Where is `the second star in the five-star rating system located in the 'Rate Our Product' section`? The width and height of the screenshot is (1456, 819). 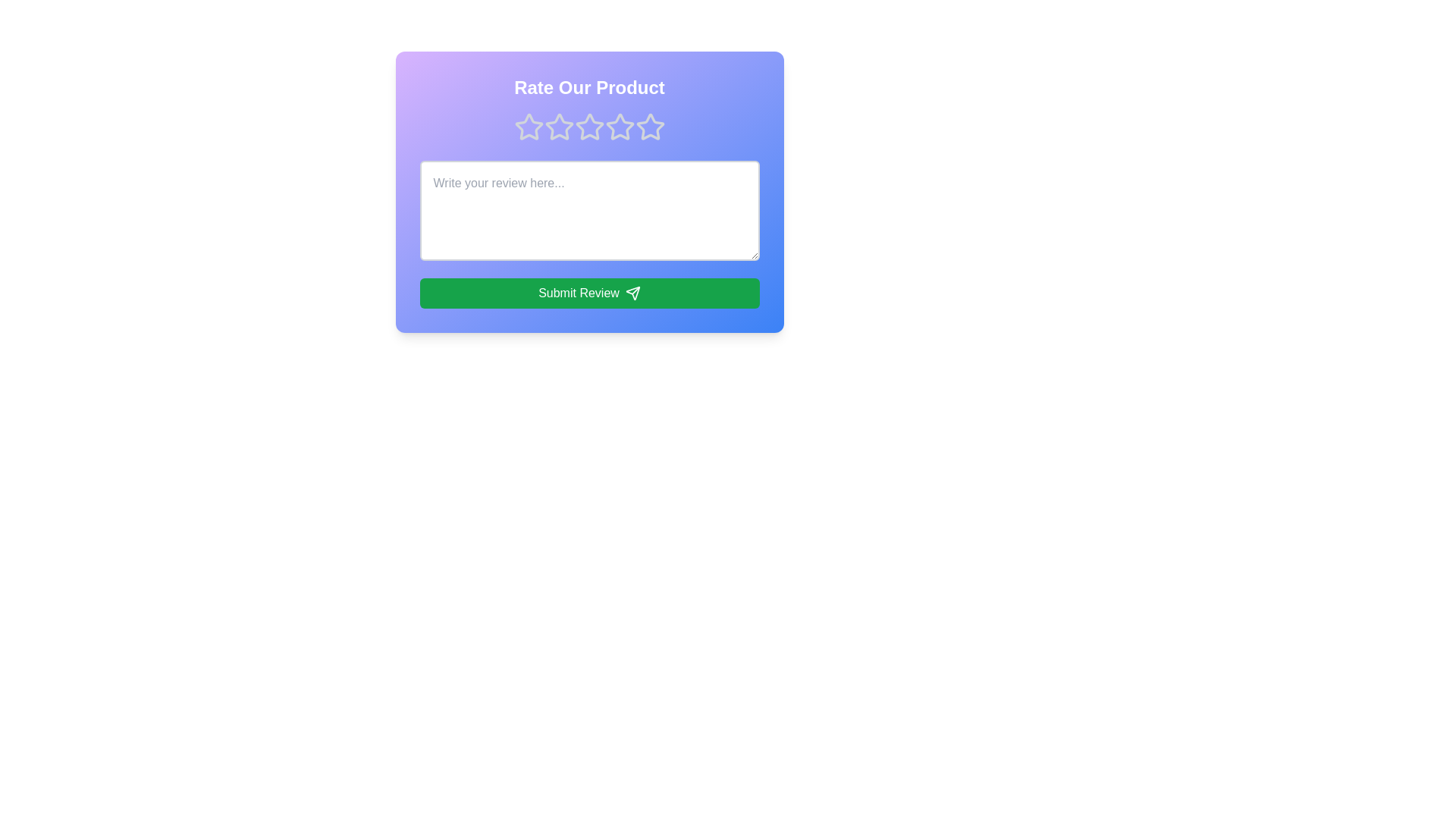
the second star in the five-star rating system located in the 'Rate Our Product' section is located at coordinates (558, 125).